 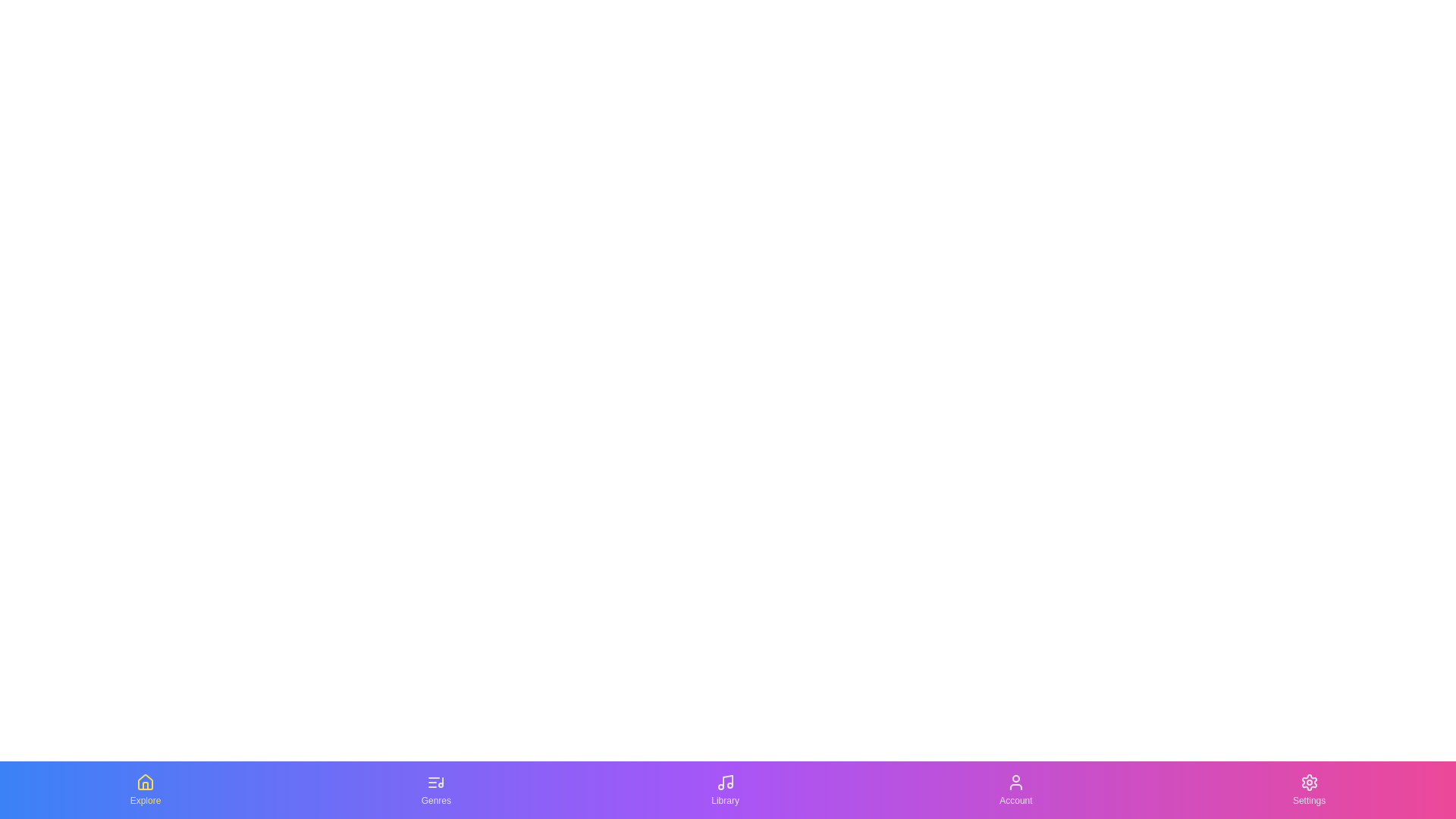 What do you see at coordinates (1308, 789) in the screenshot?
I see `the tab labeled Settings` at bounding box center [1308, 789].